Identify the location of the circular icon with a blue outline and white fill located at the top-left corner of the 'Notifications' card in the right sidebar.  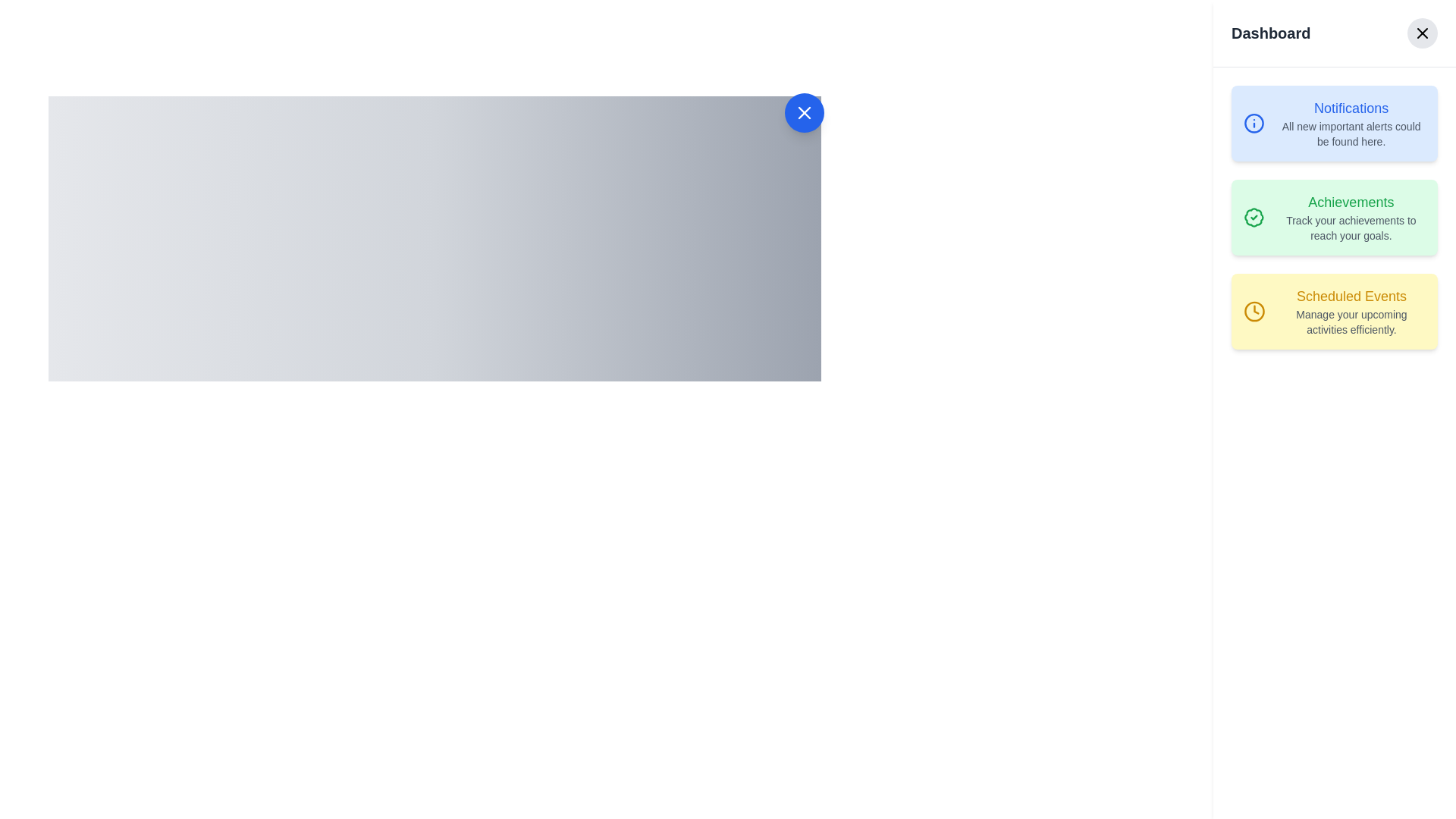
(1254, 122).